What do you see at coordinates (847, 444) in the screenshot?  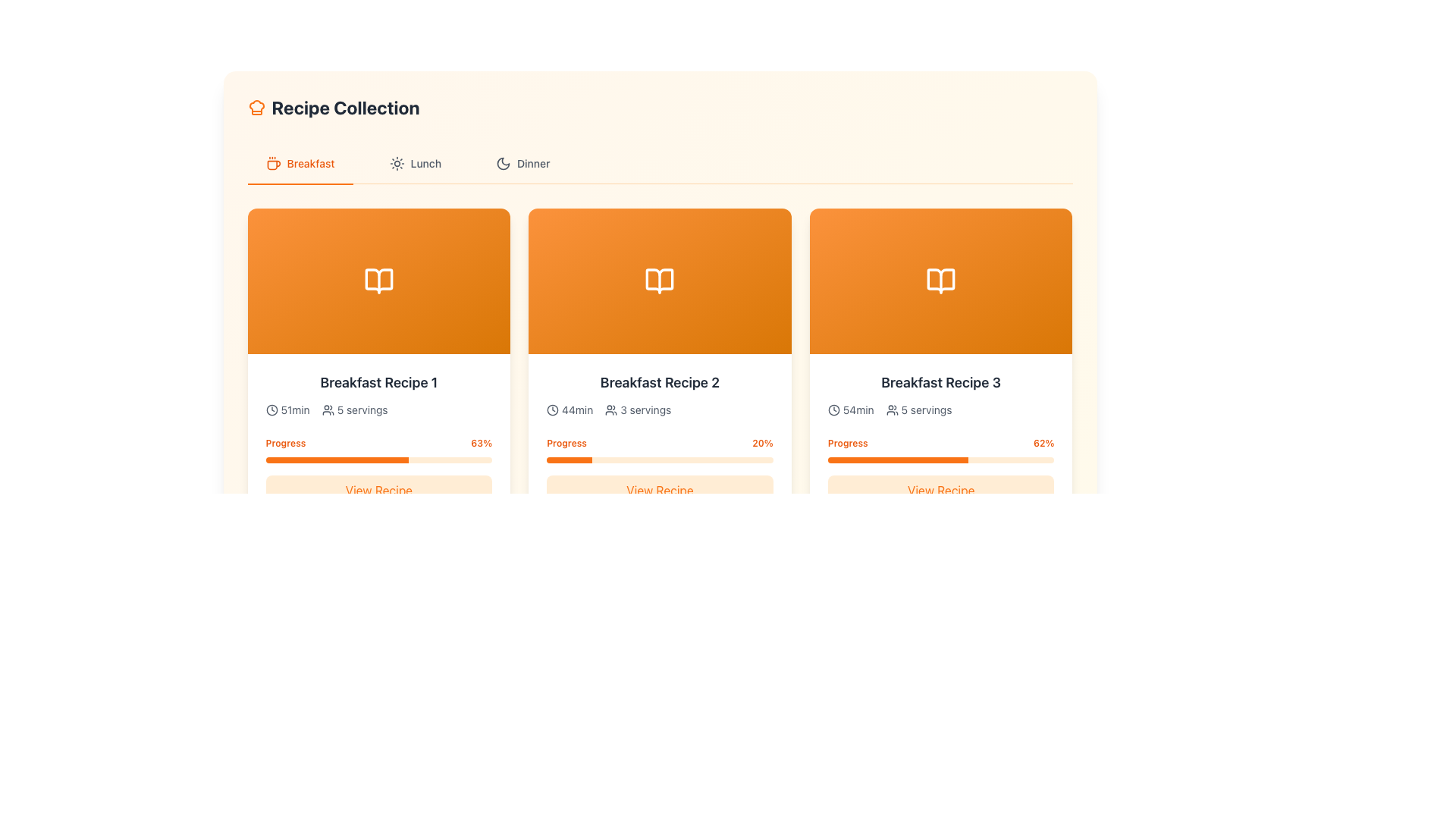 I see `the static text label that serves as a title for the progress bar in the third card under the 'Breakfast' tab to possibly trigger hover effects` at bounding box center [847, 444].